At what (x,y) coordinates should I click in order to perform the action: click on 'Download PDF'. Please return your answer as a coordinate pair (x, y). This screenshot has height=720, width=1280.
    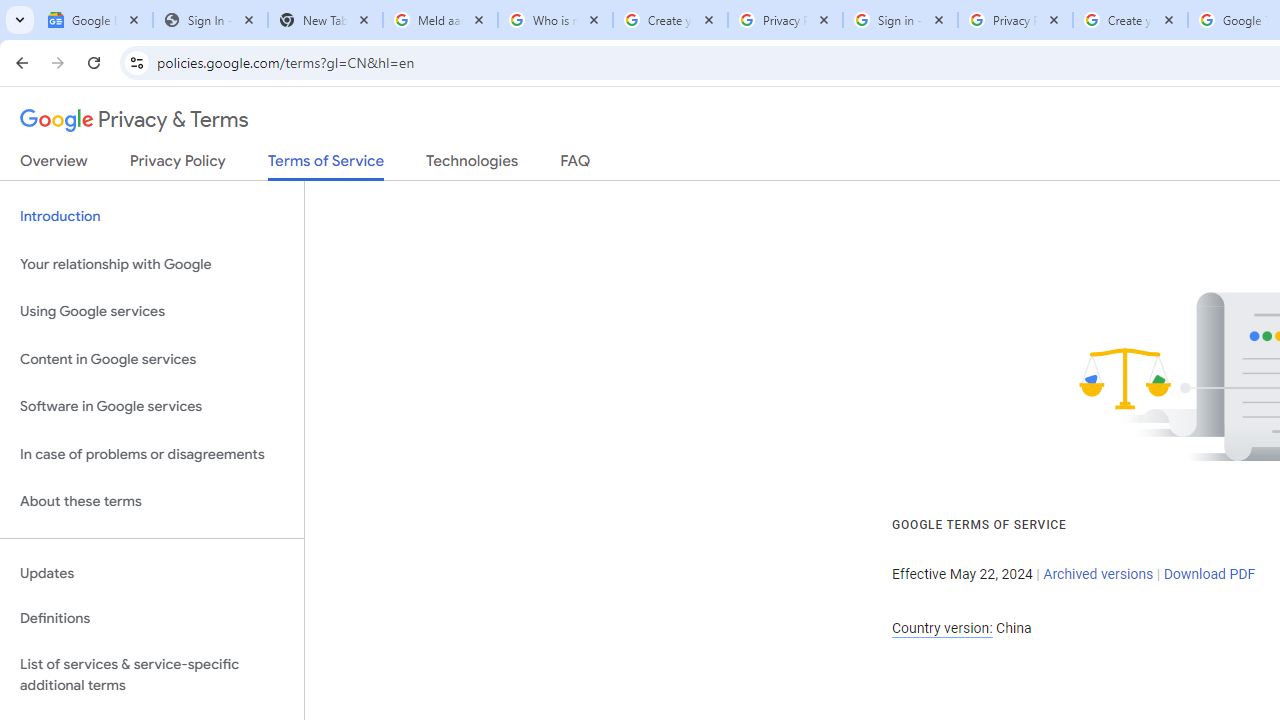
    Looking at the image, I should click on (1208, 574).